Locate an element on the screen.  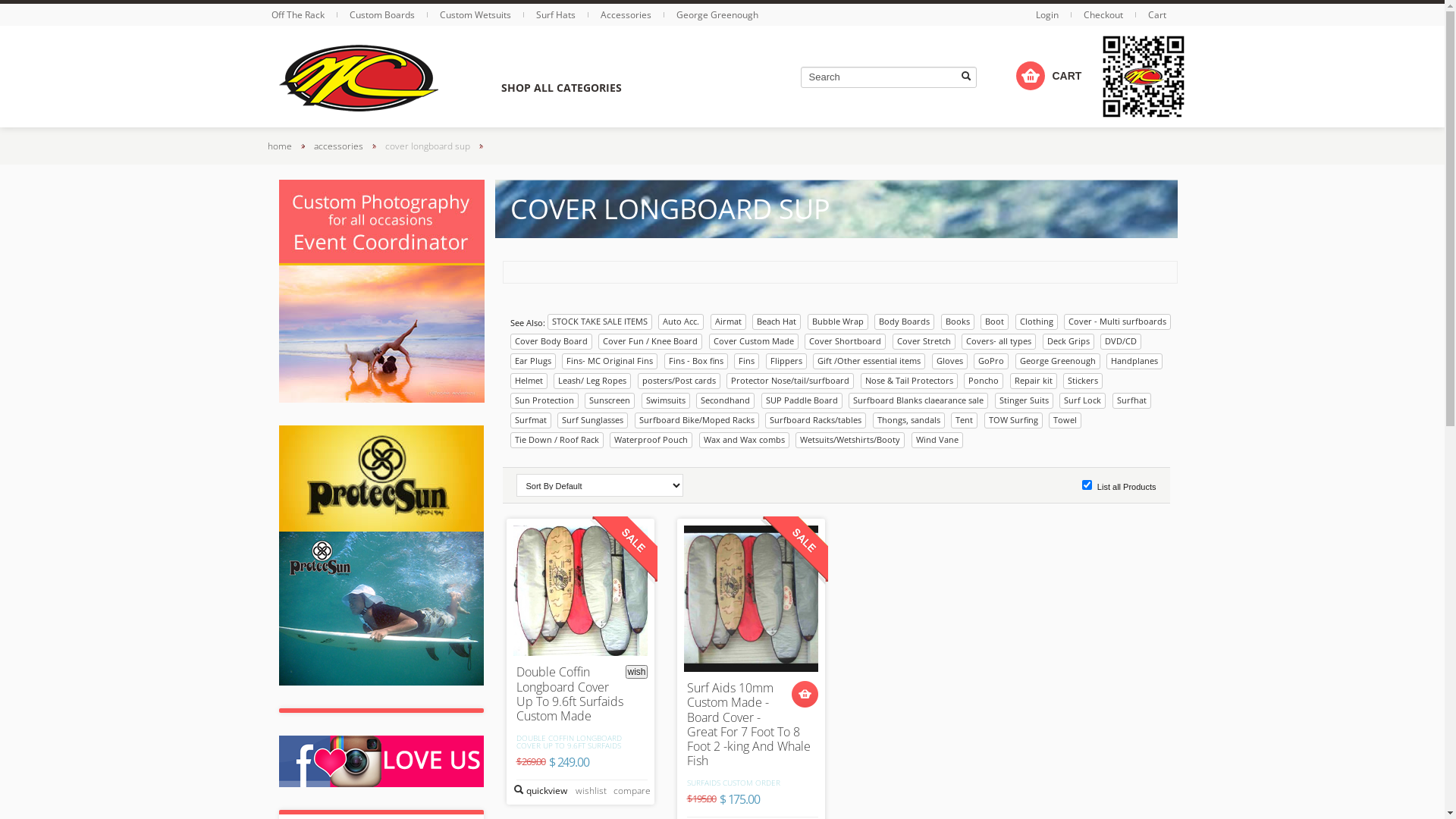
'Auto Acc.' is located at coordinates (658, 321).